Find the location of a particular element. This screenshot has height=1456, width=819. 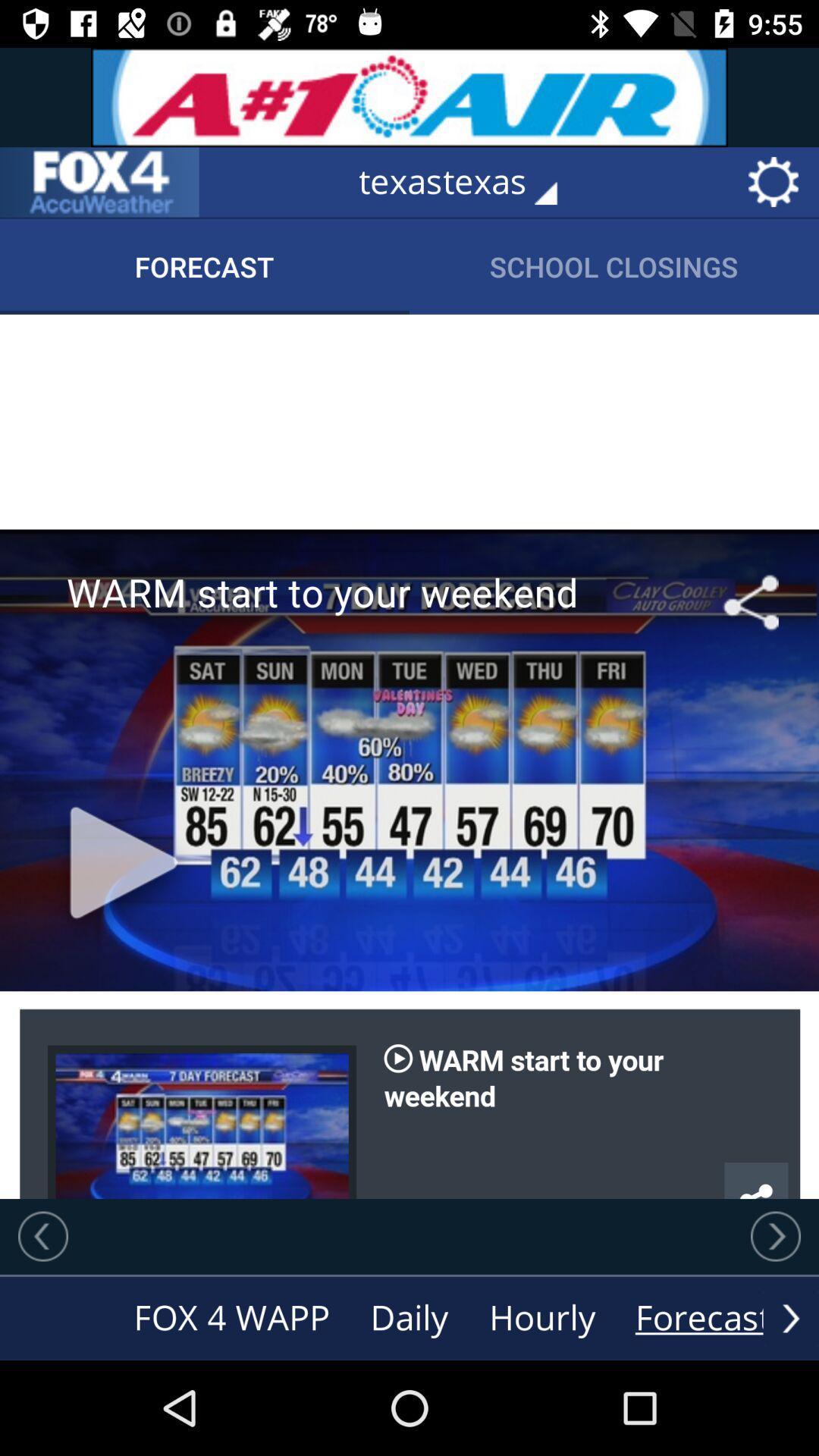

click on the menu in the left corner is located at coordinates (99, 182).